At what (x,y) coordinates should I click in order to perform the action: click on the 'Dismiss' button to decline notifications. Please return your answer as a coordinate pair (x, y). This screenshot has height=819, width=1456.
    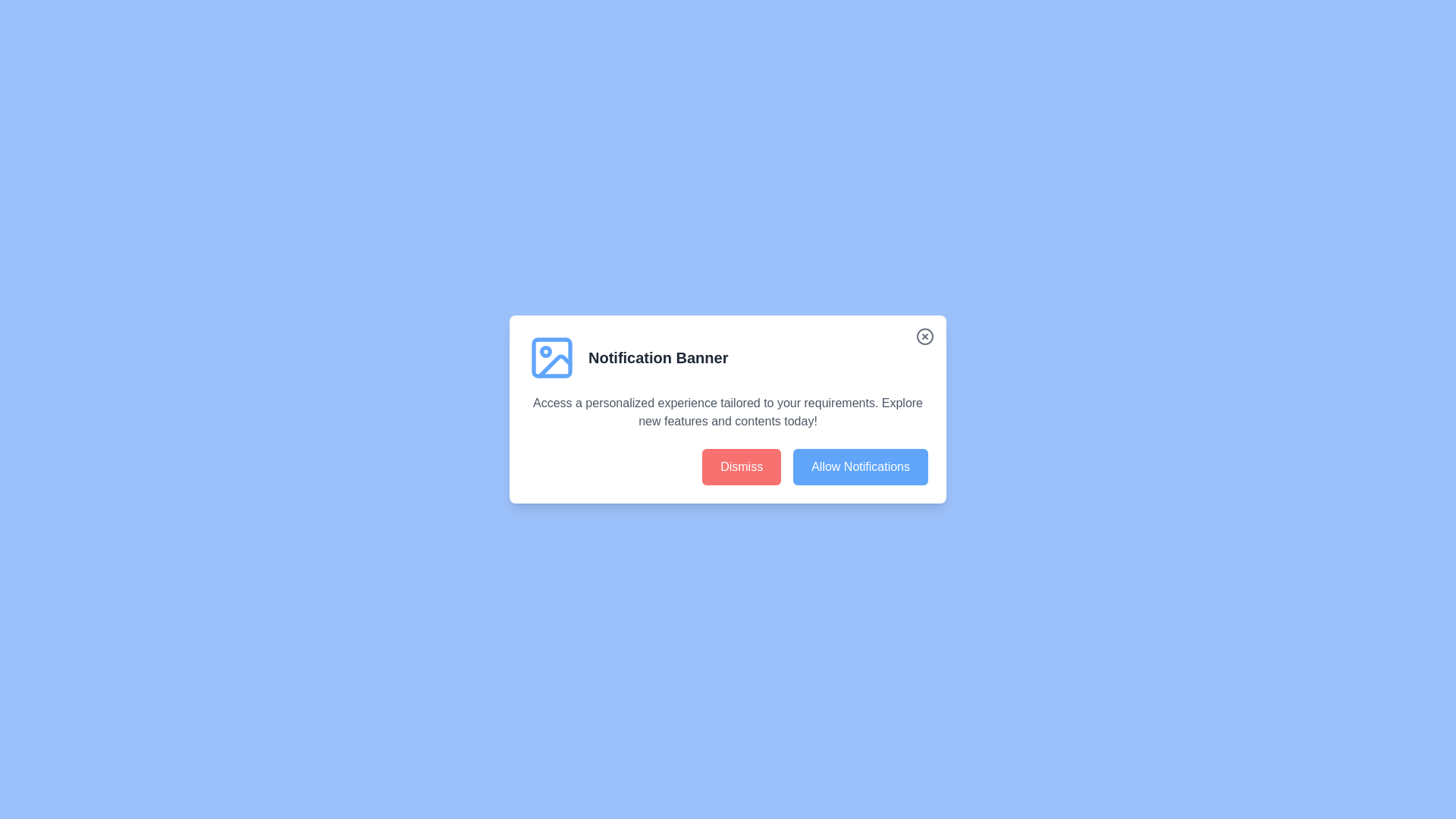
    Looking at the image, I should click on (742, 466).